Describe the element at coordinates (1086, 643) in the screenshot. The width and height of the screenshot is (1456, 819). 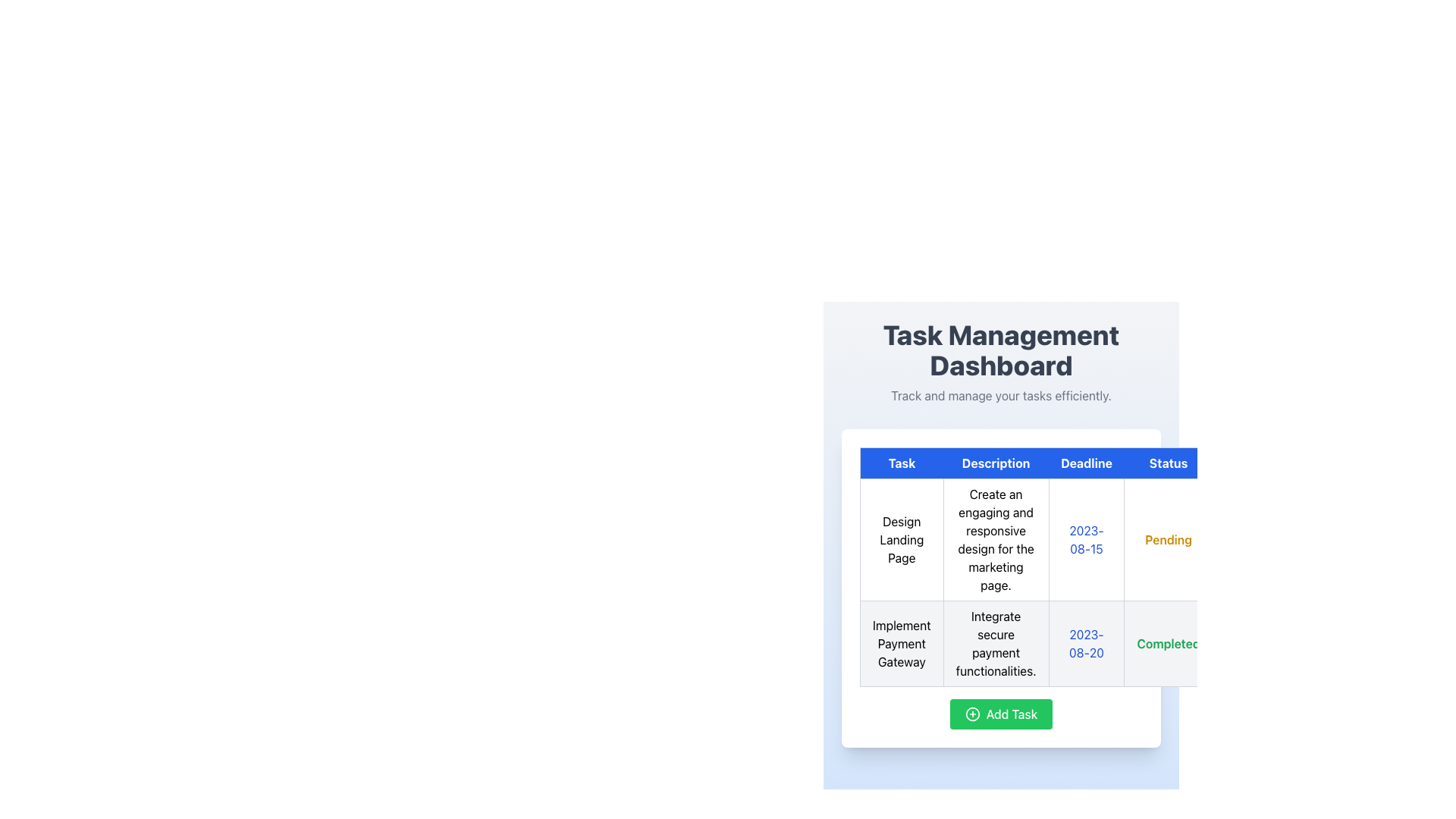
I see `the static label displaying the deadline date for the task 'Implement Payment Gateway' in the third cell of the 'Deadline' column` at that location.